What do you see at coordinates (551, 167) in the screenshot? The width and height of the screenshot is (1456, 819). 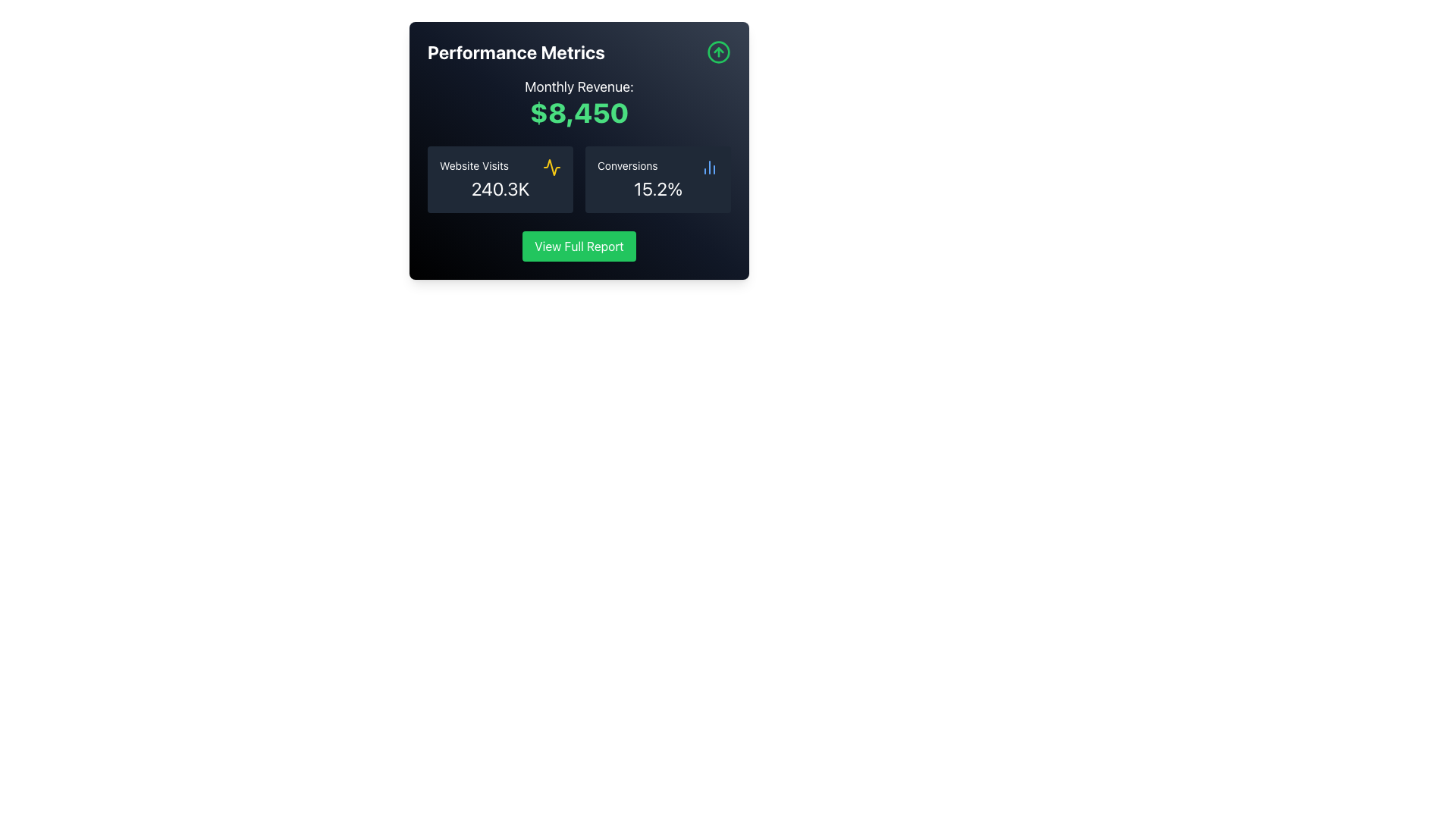 I see `the icon representing data visualization in the 'Website Visits' metrics section, located adjacent to the text '240.3K'` at bounding box center [551, 167].